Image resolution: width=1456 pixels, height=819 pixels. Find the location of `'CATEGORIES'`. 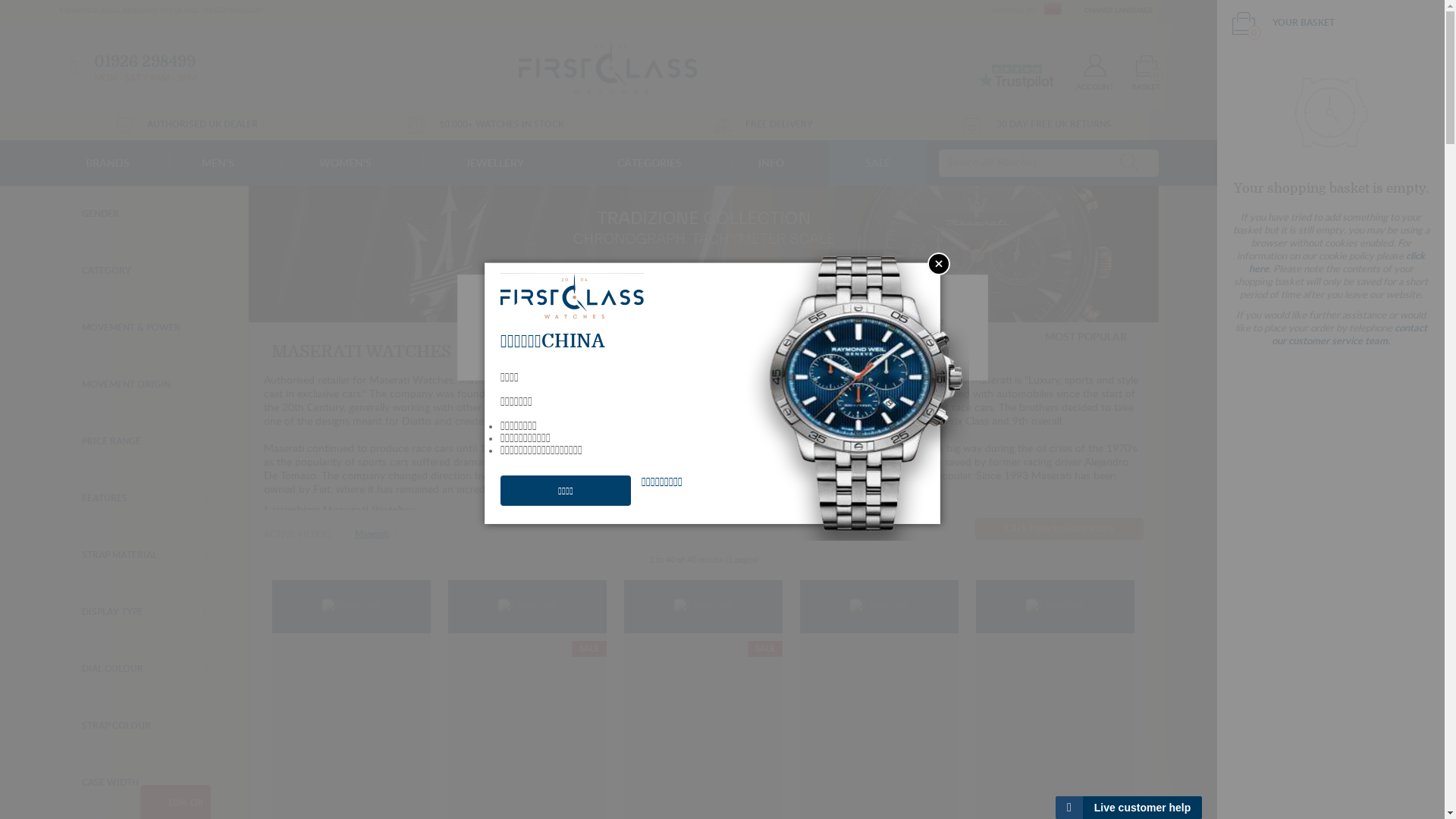

'CATEGORIES' is located at coordinates (578, 163).